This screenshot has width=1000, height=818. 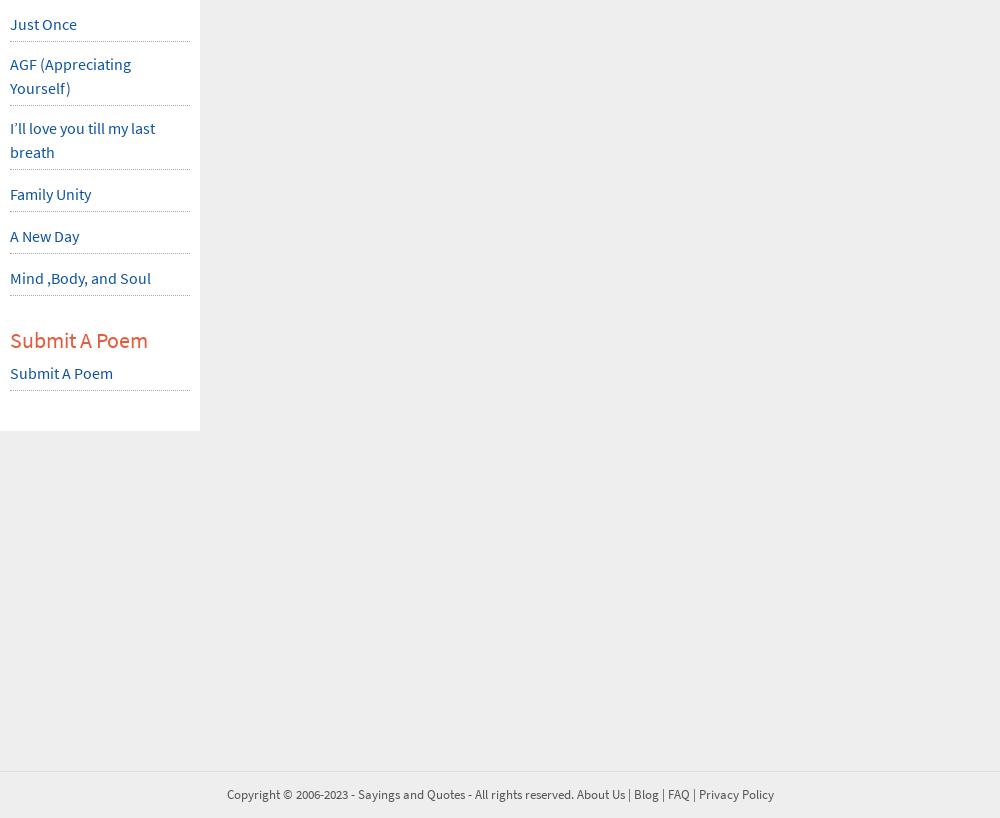 I want to click on 'FAQ', so click(x=678, y=794).